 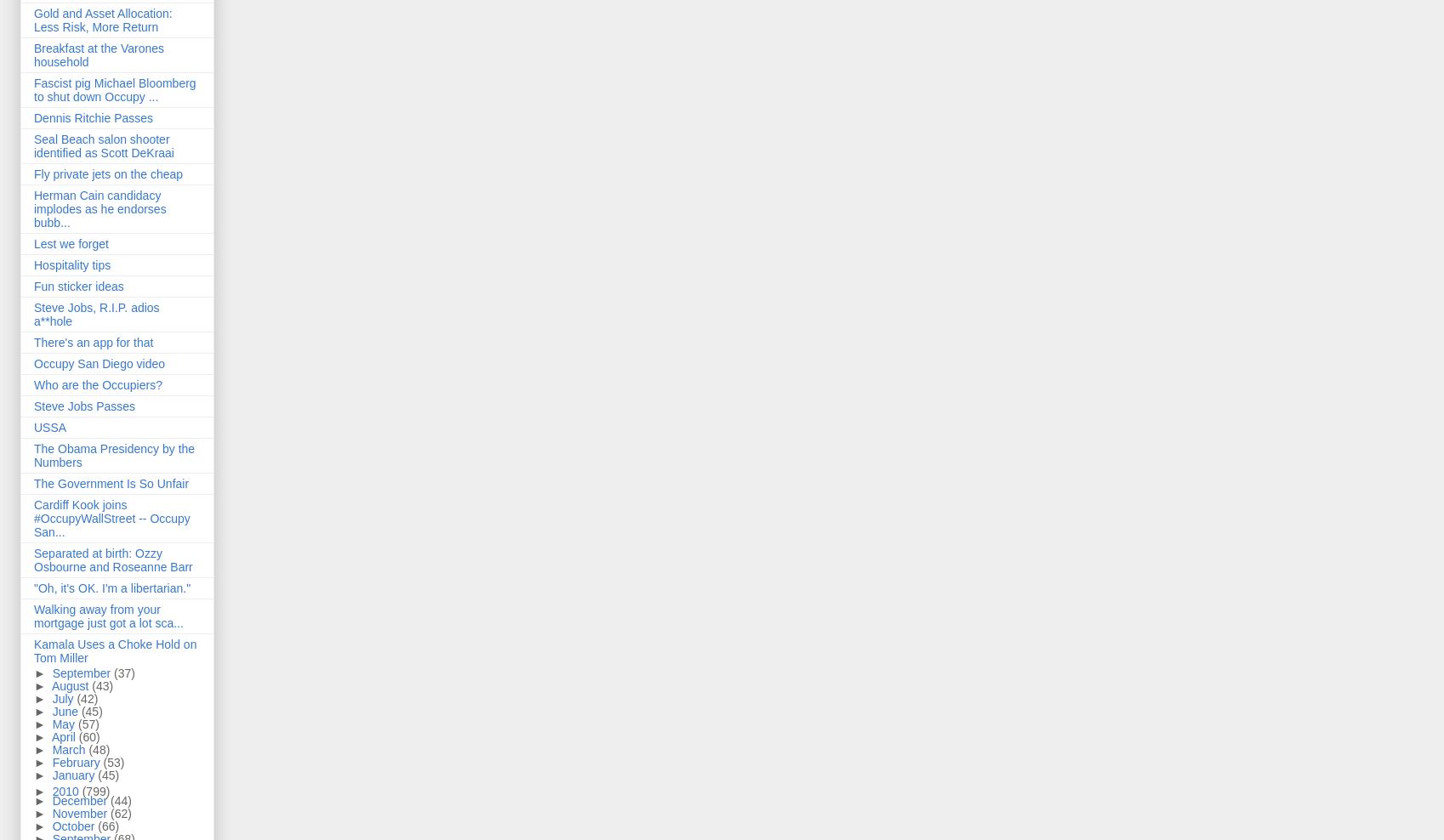 I want to click on 'September', so click(x=51, y=672).